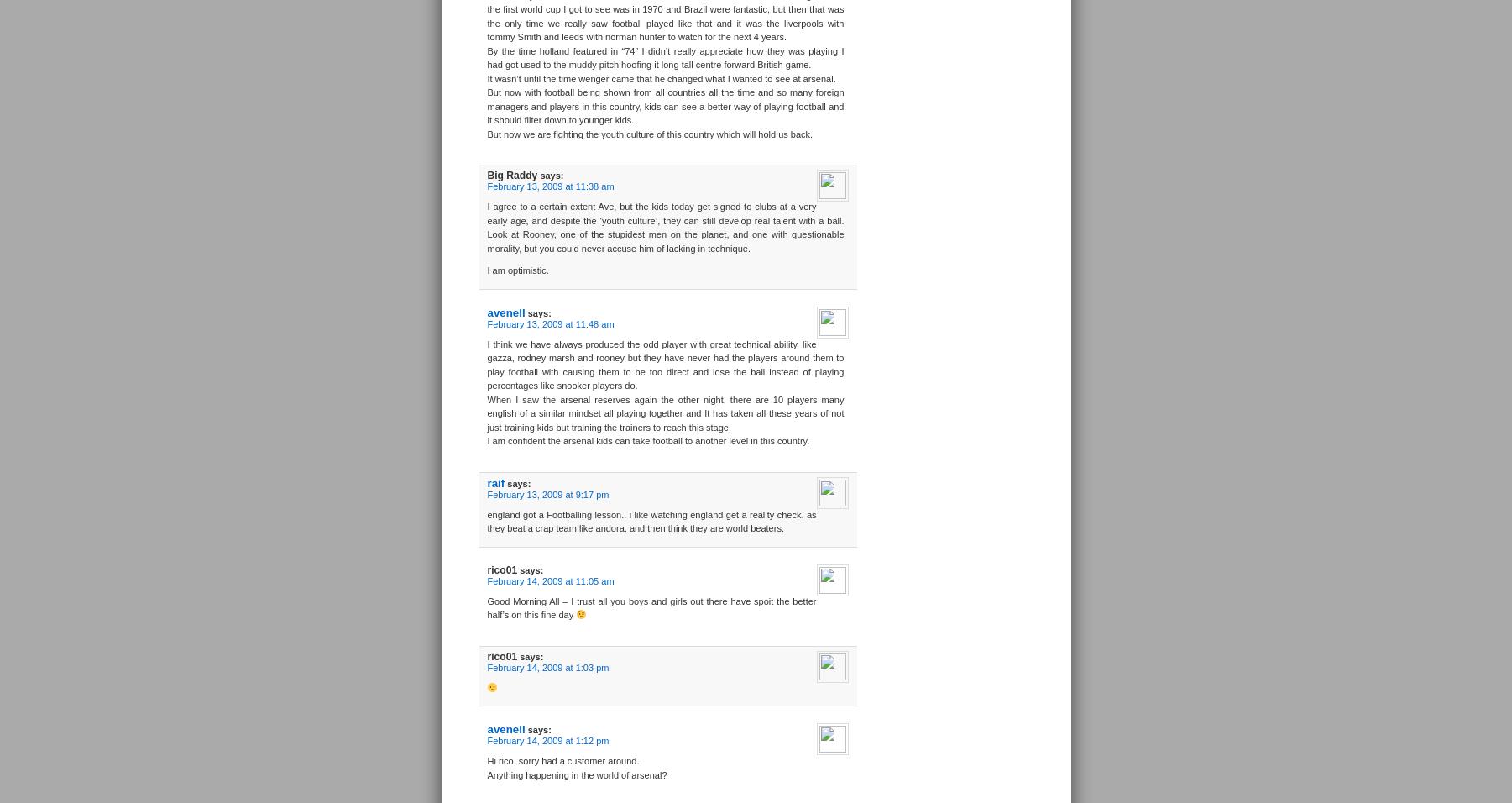 The image size is (1512, 803). Describe the element at coordinates (665, 226) in the screenshot. I see `'I agree to a certain extent Ave, but the kids today get signed to clubs at a very early age, and despite the ‘youth culture’, they can still develop real talent with a ball. Look at Rooney, one of the stupidest men on the planet, and one with questionable morality, but you could never accuse him of lacking in technique.'` at that location.